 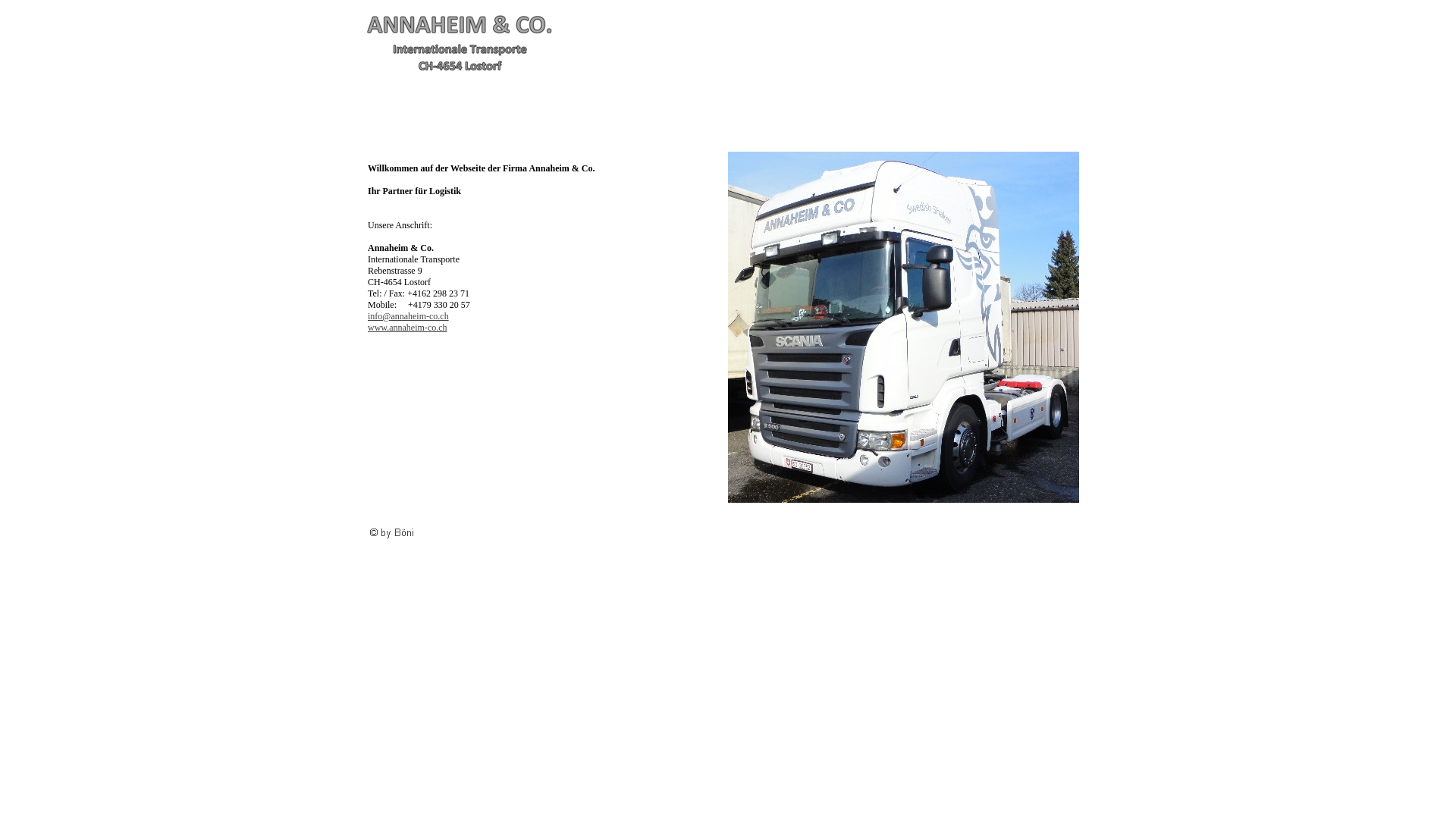 I want to click on 'info@annaheim-co.ch', so click(x=408, y=315).